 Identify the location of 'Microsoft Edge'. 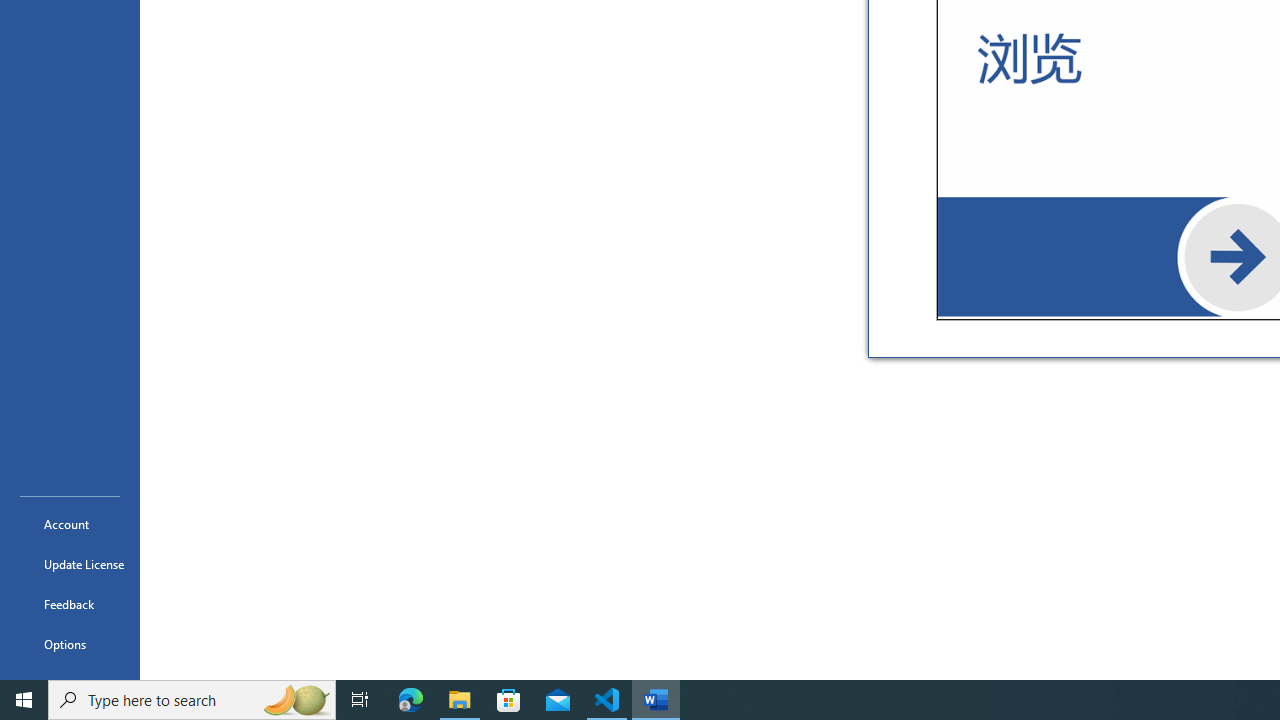
(410, 698).